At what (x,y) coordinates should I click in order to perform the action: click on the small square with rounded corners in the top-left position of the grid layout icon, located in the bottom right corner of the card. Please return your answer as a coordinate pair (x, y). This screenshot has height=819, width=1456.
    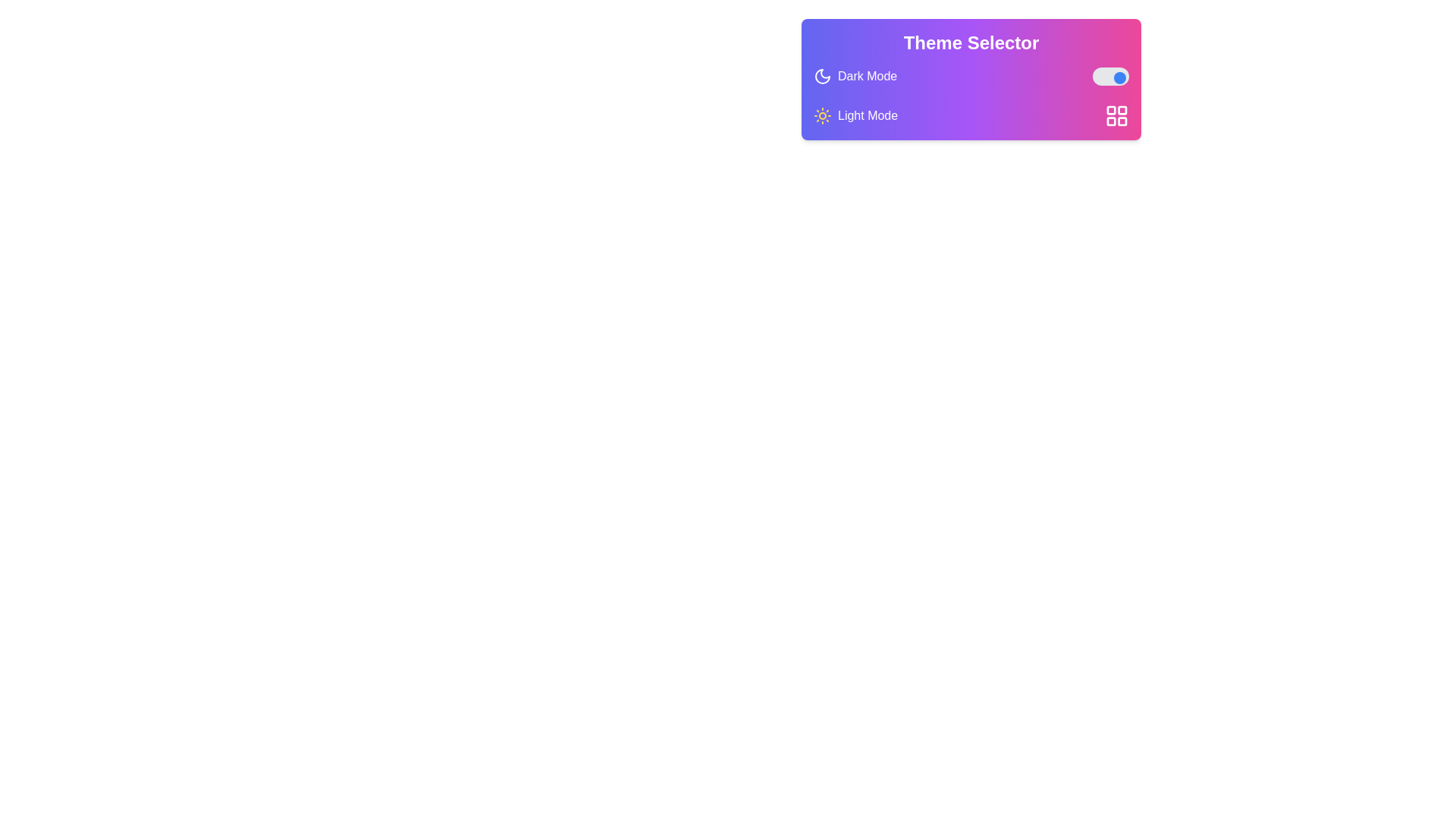
    Looking at the image, I should click on (1111, 109).